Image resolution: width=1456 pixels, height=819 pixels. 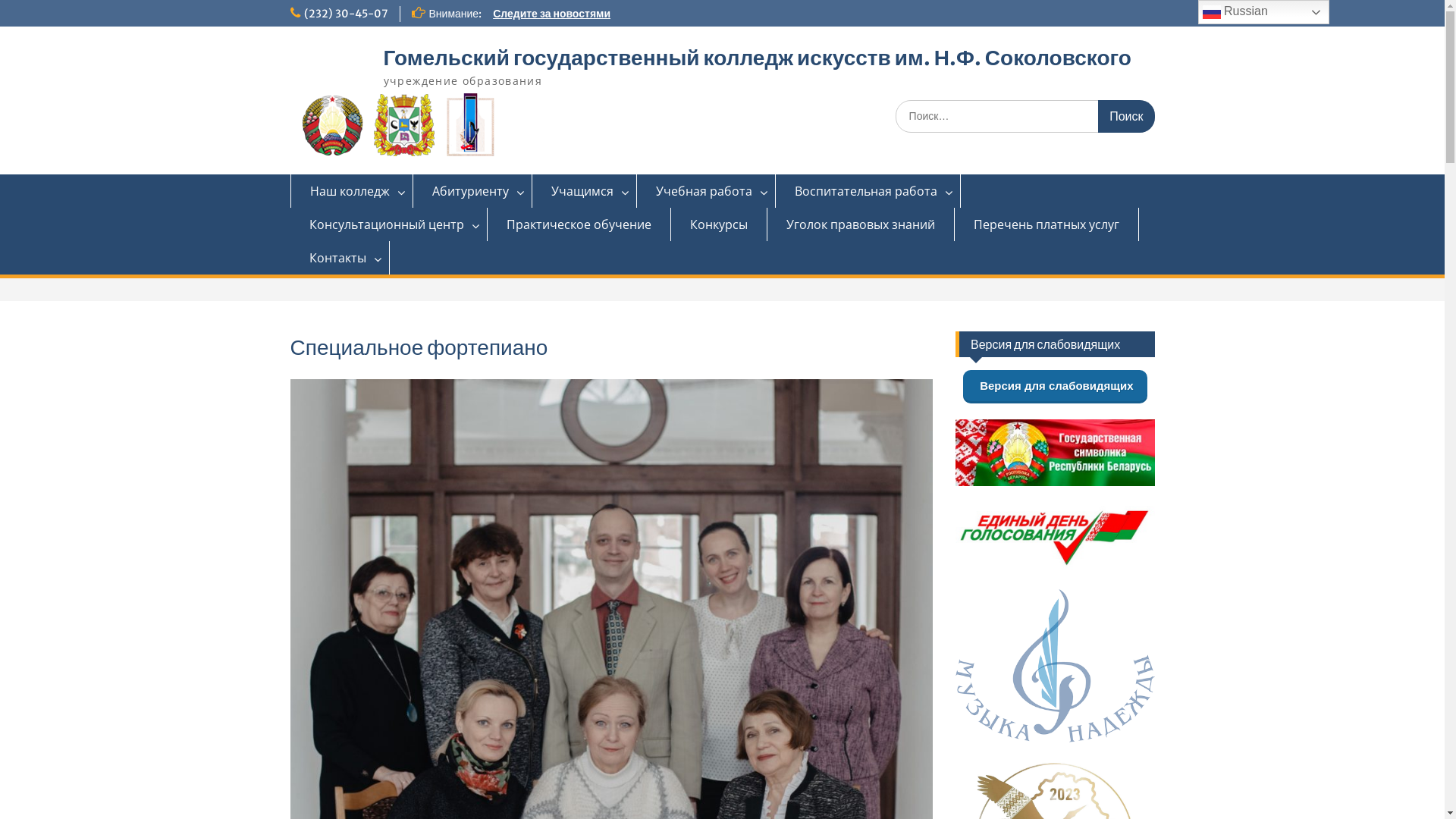 What do you see at coordinates (344, 14) in the screenshot?
I see `'(232) 30-45-07'` at bounding box center [344, 14].